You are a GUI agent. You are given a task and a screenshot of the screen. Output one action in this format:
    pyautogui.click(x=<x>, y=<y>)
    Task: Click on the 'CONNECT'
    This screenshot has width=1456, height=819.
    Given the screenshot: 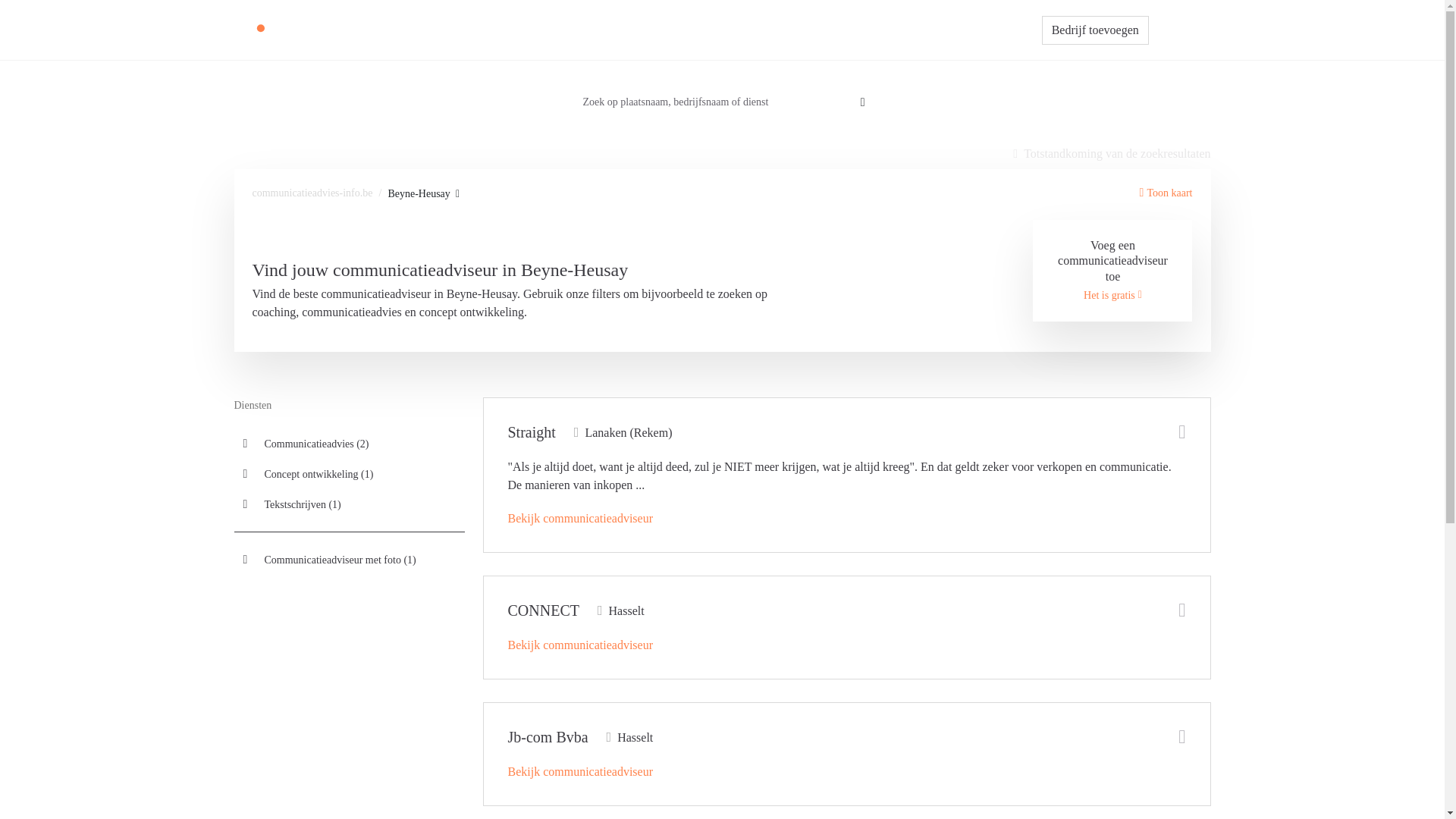 What is the action you would take?
    pyautogui.click(x=543, y=610)
    